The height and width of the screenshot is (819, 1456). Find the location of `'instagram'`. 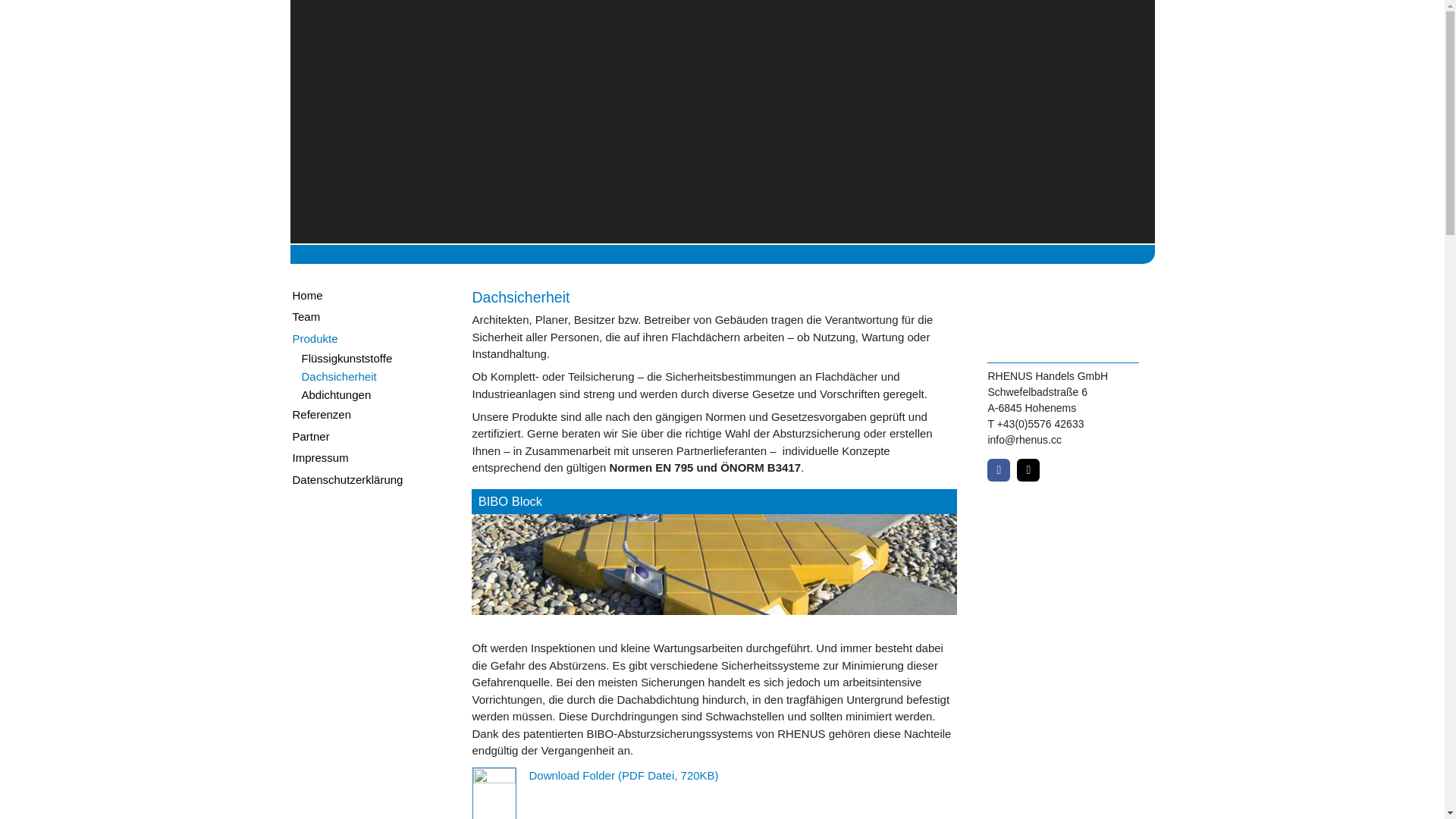

'instagram' is located at coordinates (1016, 469).